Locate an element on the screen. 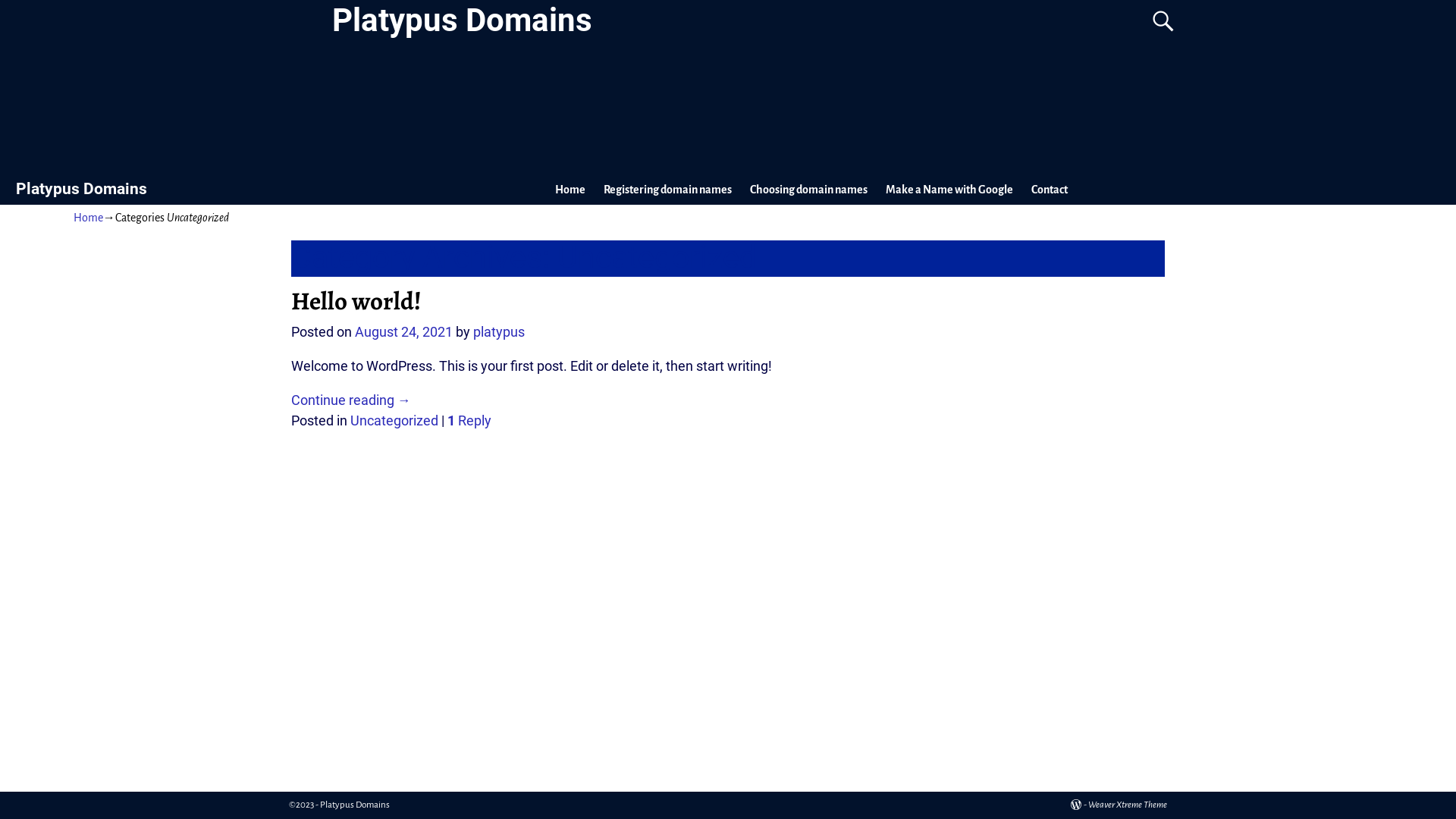 This screenshot has width=1456, height=819. '-' is located at coordinates (1069, 804).